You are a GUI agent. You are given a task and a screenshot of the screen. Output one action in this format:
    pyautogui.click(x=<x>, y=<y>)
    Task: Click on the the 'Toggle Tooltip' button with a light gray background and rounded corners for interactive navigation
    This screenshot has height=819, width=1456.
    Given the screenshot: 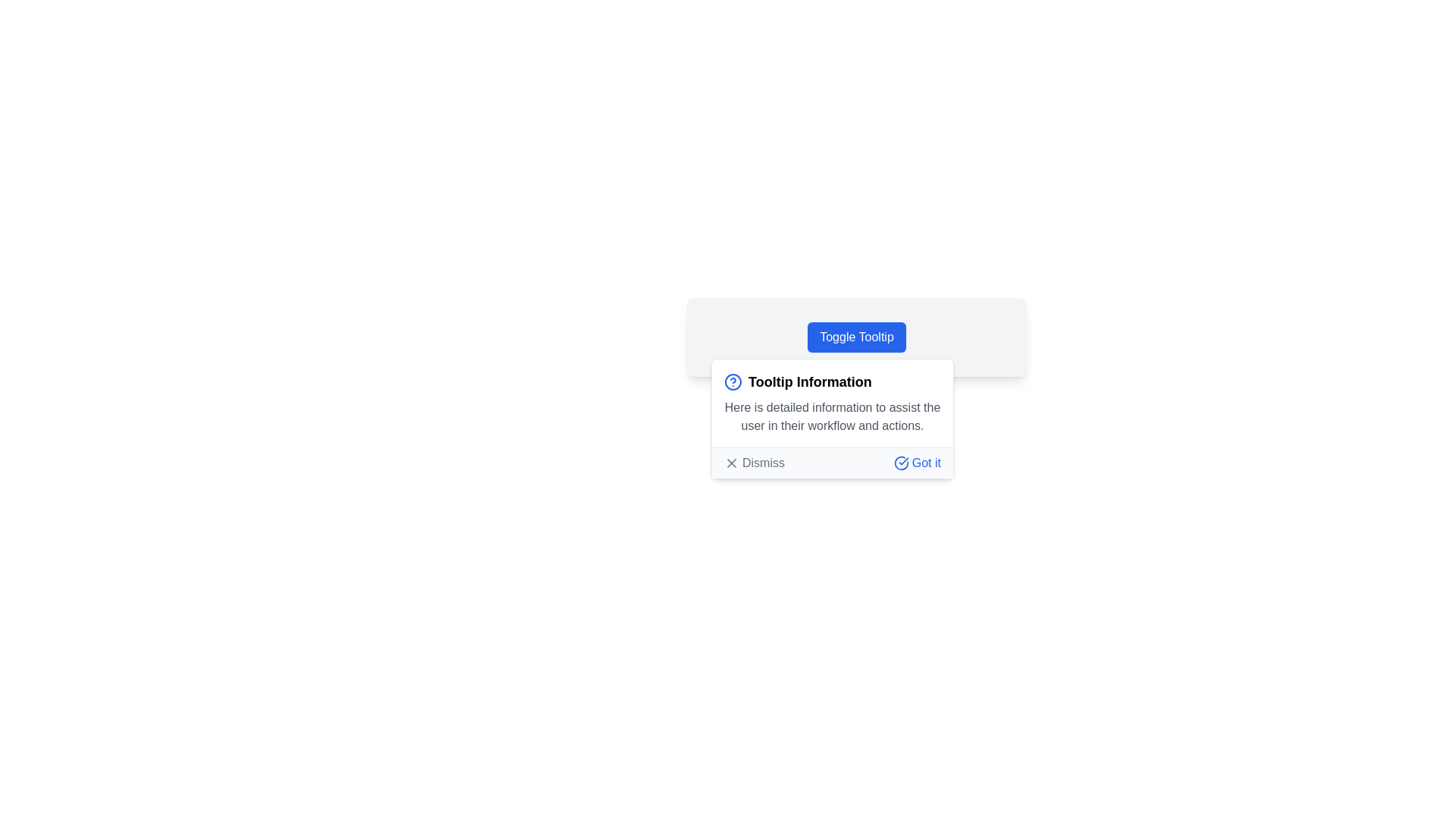 What is the action you would take?
    pyautogui.click(x=856, y=336)
    